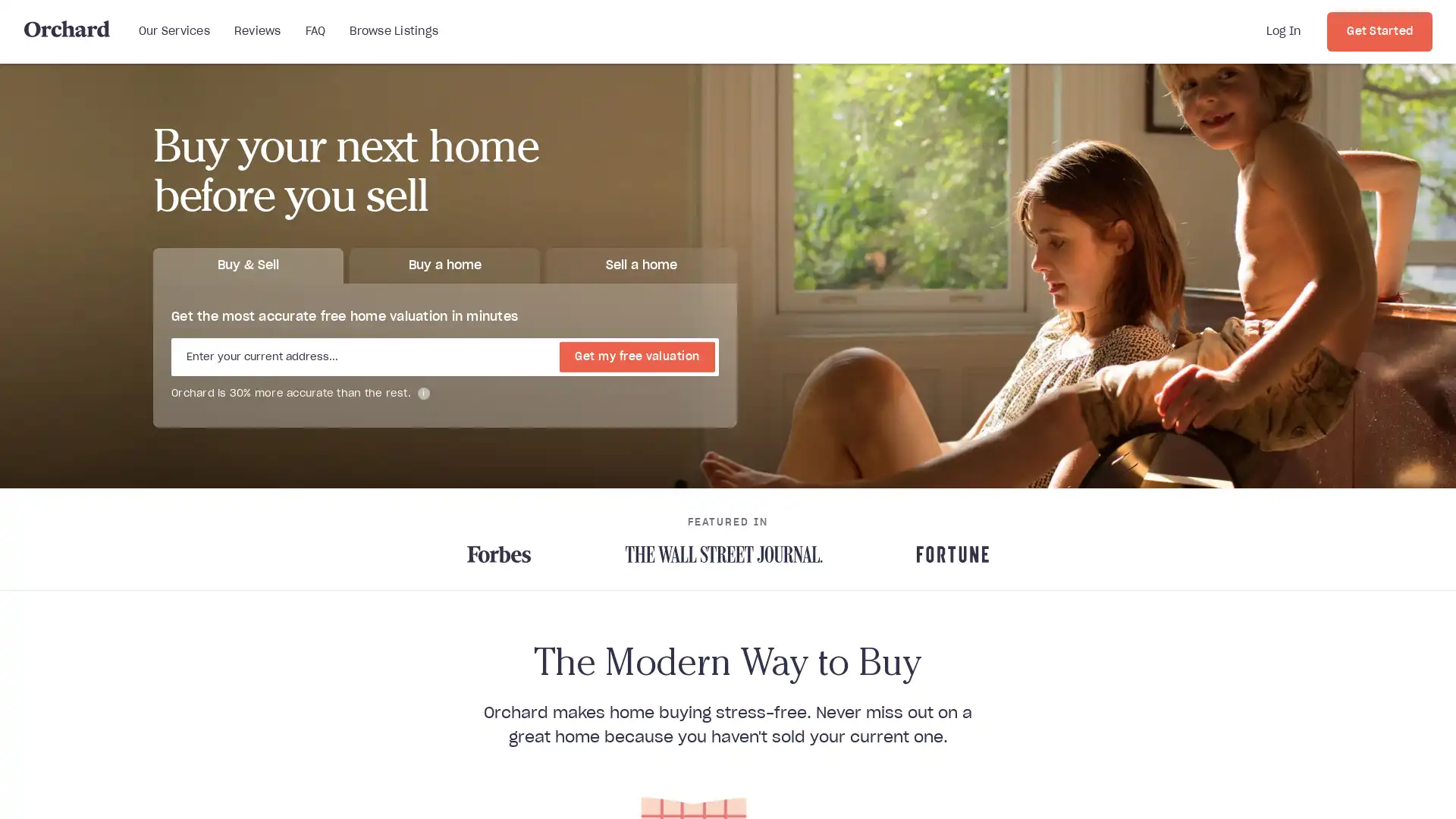 This screenshot has width=1456, height=819. What do you see at coordinates (248, 264) in the screenshot?
I see `Buy & Sell` at bounding box center [248, 264].